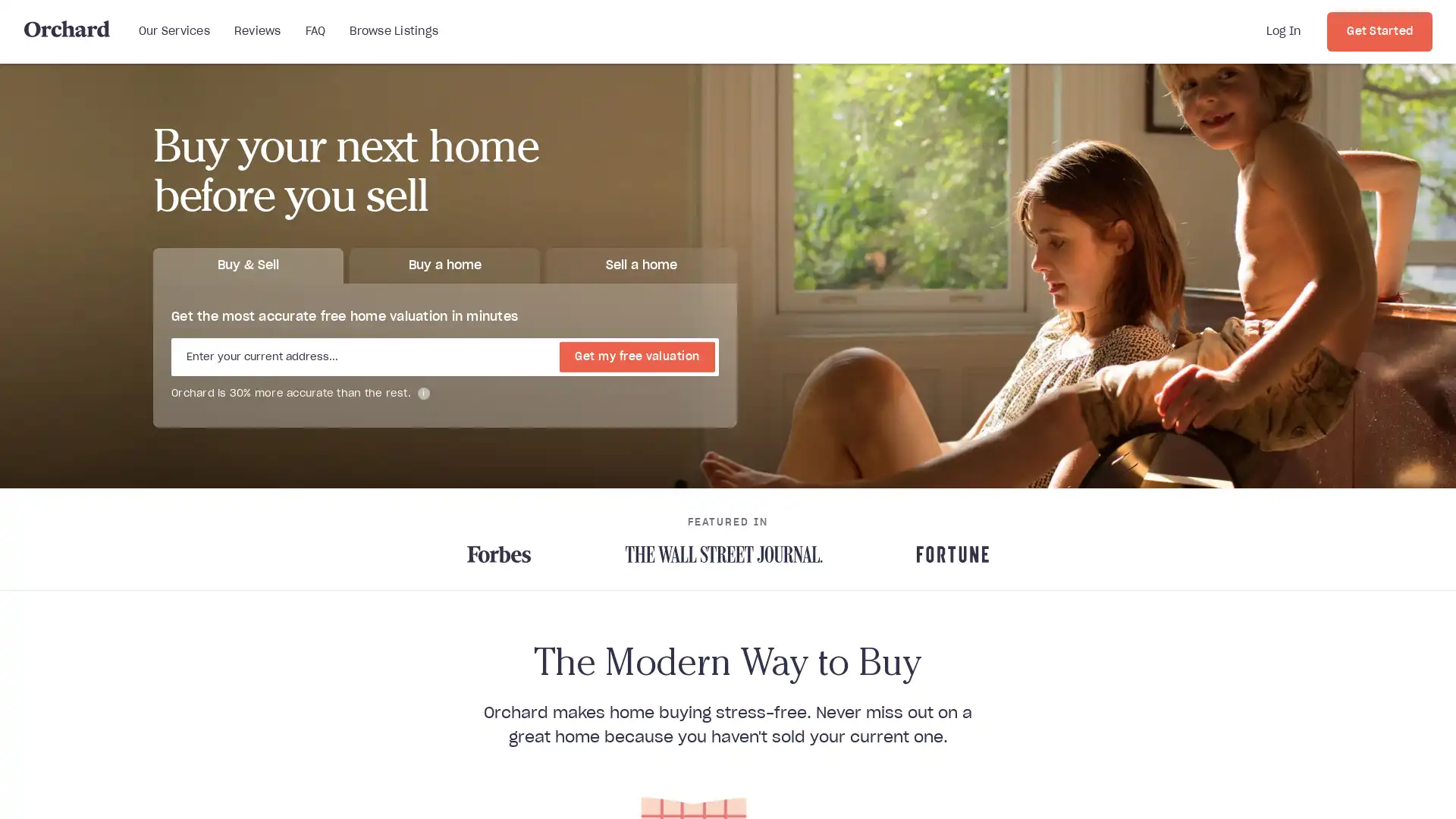 This screenshot has width=1456, height=819. What do you see at coordinates (248, 264) in the screenshot?
I see `Buy & Sell` at bounding box center [248, 264].